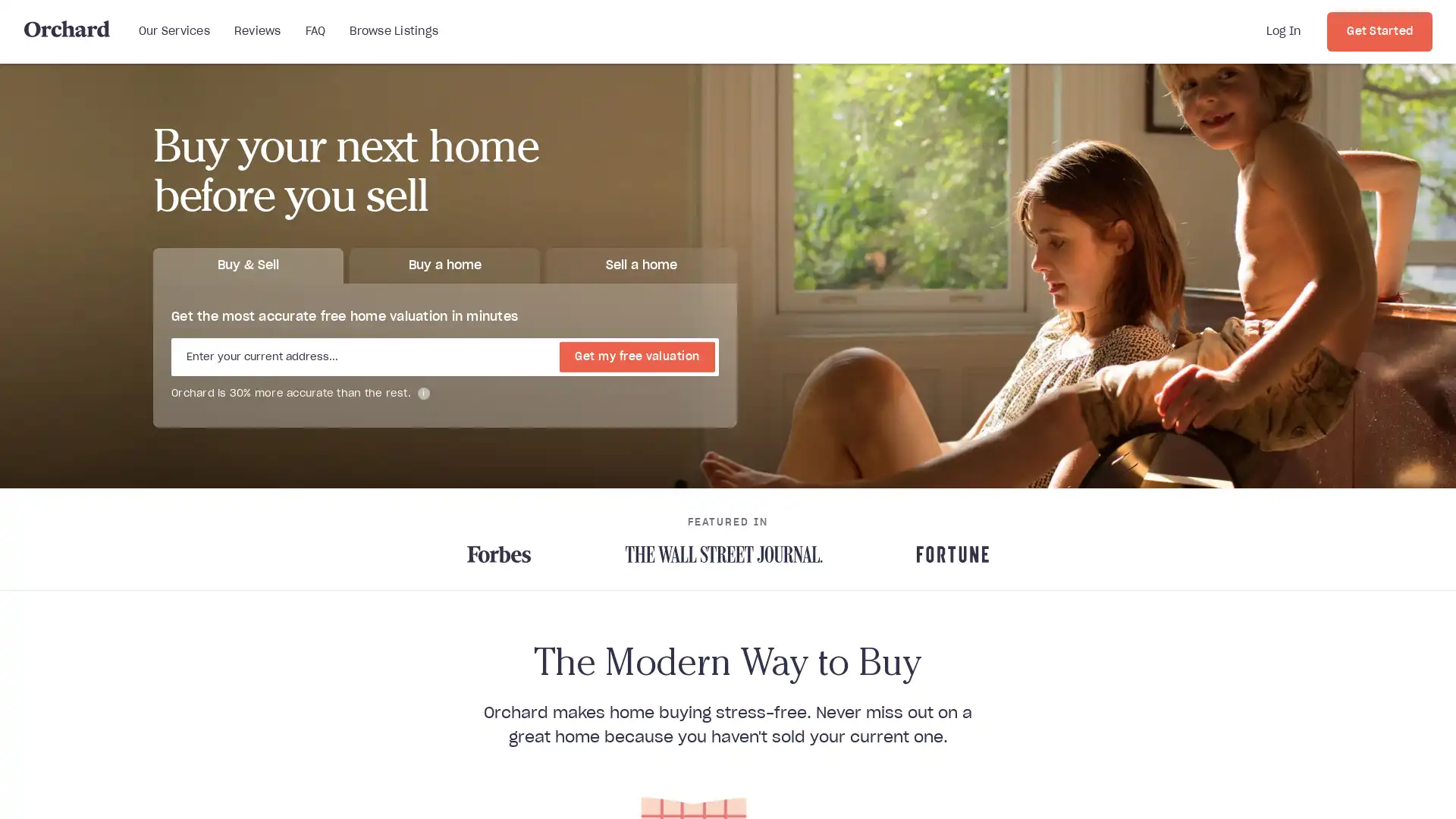 This screenshot has width=1456, height=819. What do you see at coordinates (248, 264) in the screenshot?
I see `Buy & Sell` at bounding box center [248, 264].